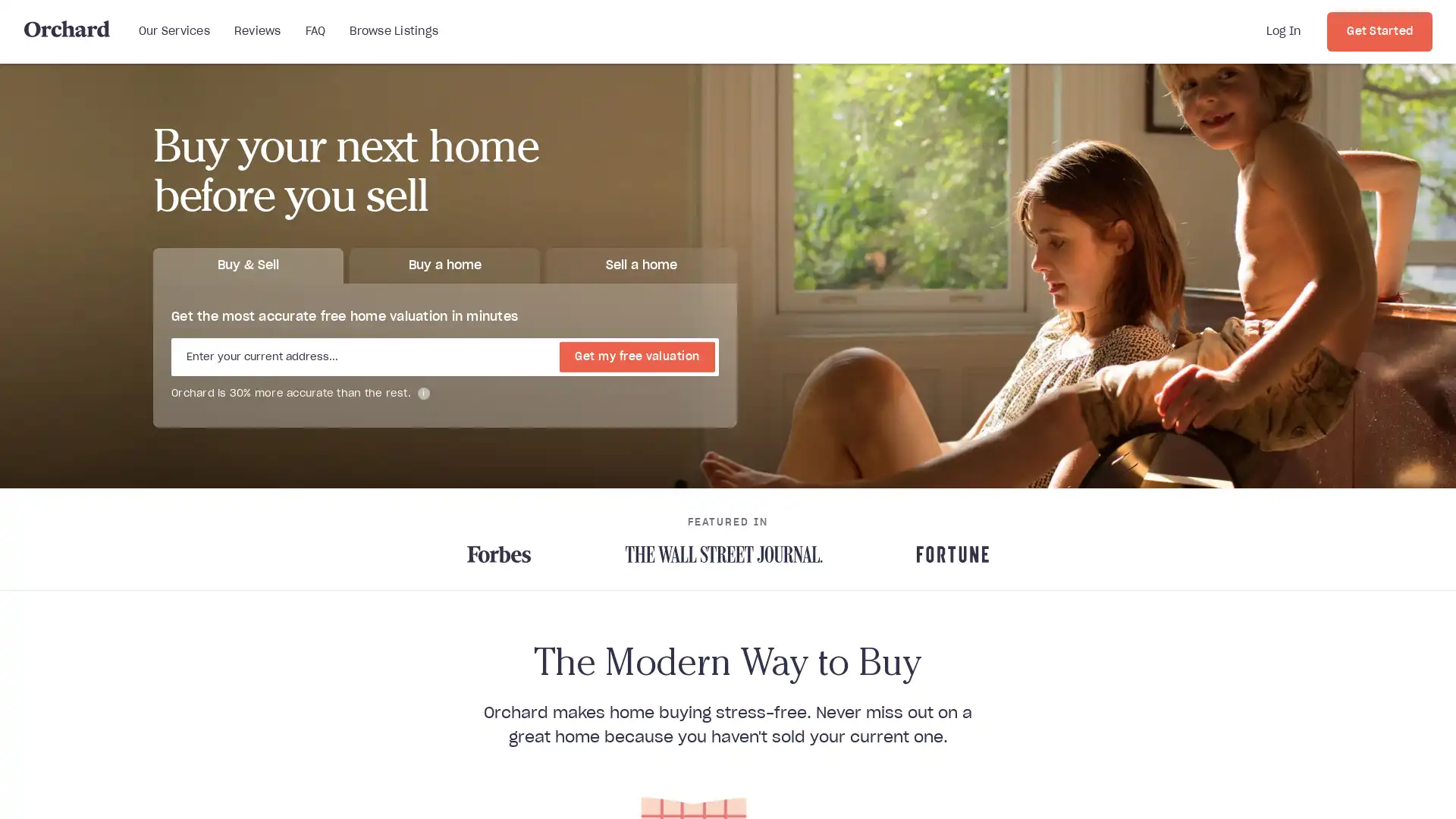 This screenshot has width=1456, height=819. What do you see at coordinates (248, 264) in the screenshot?
I see `Buy & Sell` at bounding box center [248, 264].